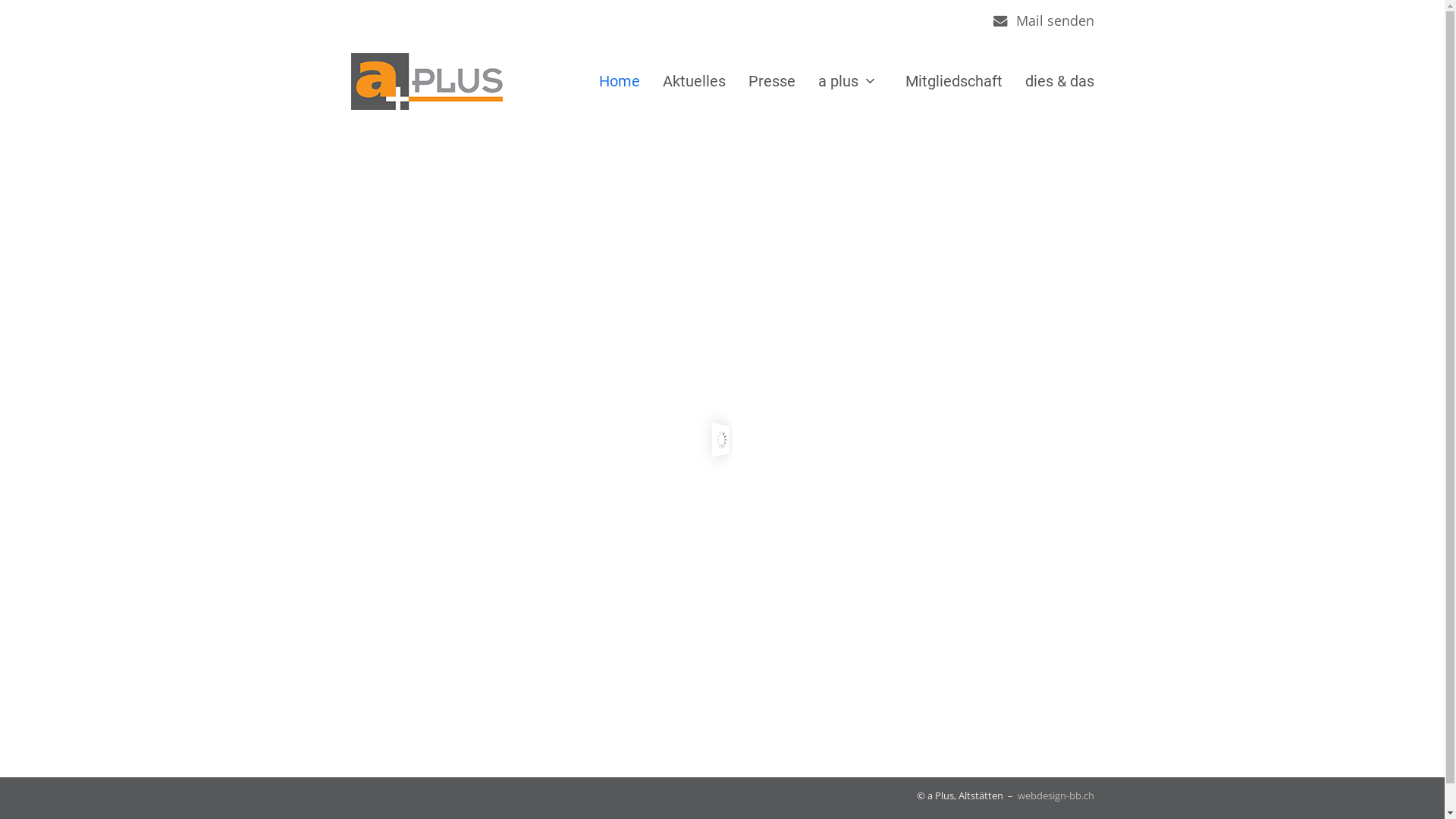 This screenshot has height=819, width=1456. What do you see at coordinates (736, 81) in the screenshot?
I see `'Presse'` at bounding box center [736, 81].